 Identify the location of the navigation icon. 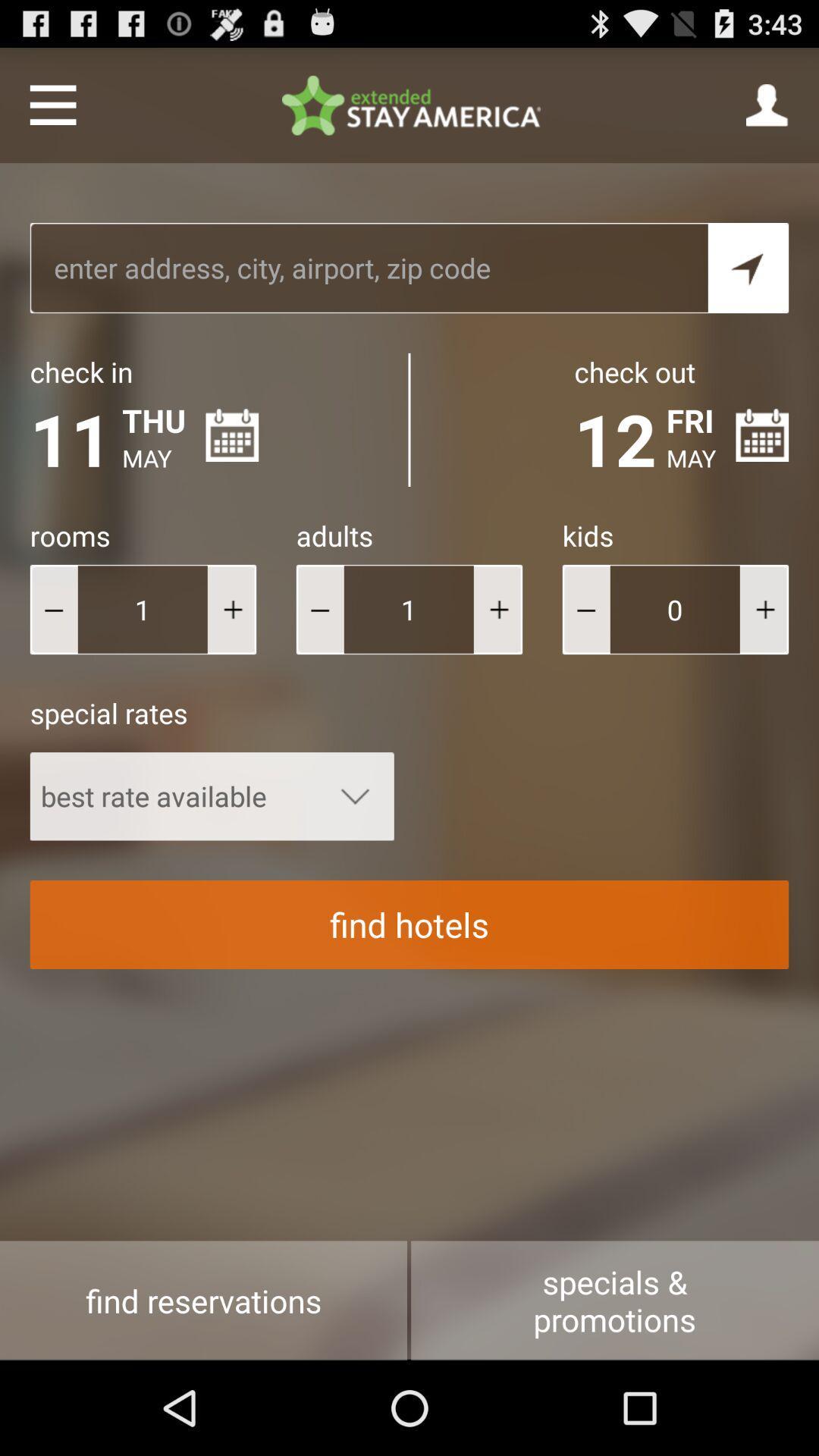
(748, 287).